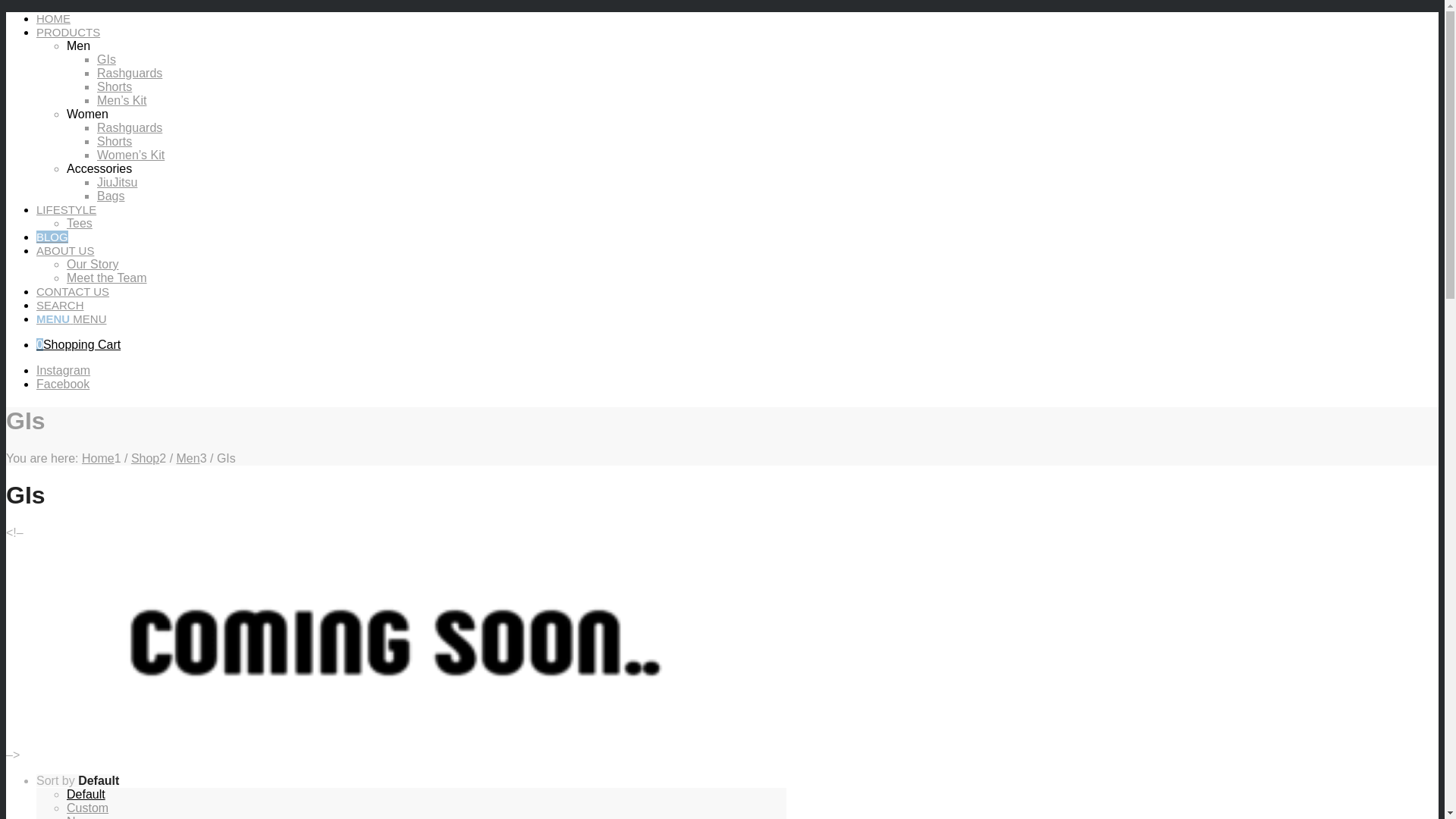 The image size is (1456, 819). Describe the element at coordinates (145, 457) in the screenshot. I see `'Shop'` at that location.